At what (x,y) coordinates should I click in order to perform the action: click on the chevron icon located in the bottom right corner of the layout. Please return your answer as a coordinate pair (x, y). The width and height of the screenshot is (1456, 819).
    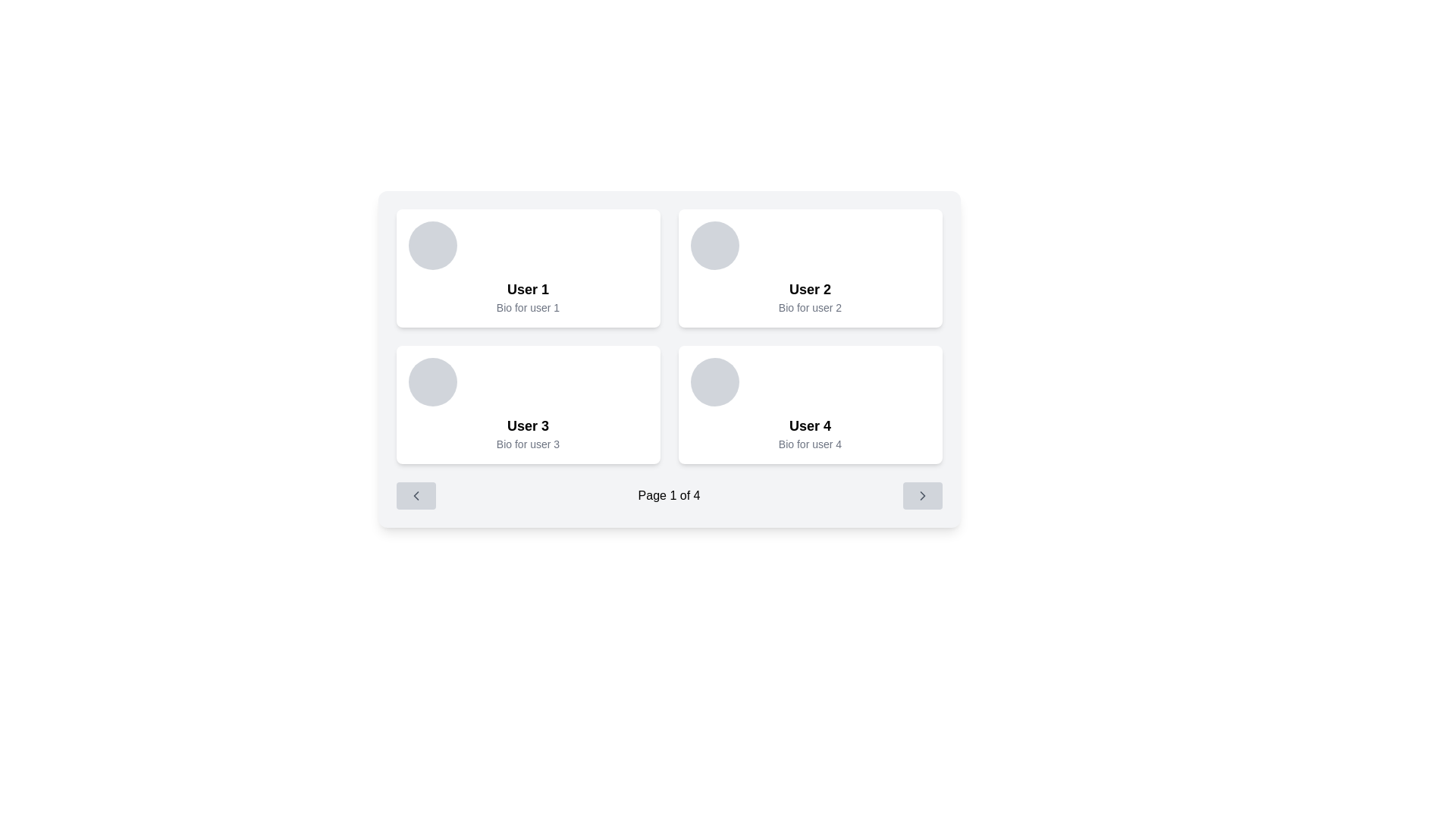
    Looking at the image, I should click on (921, 496).